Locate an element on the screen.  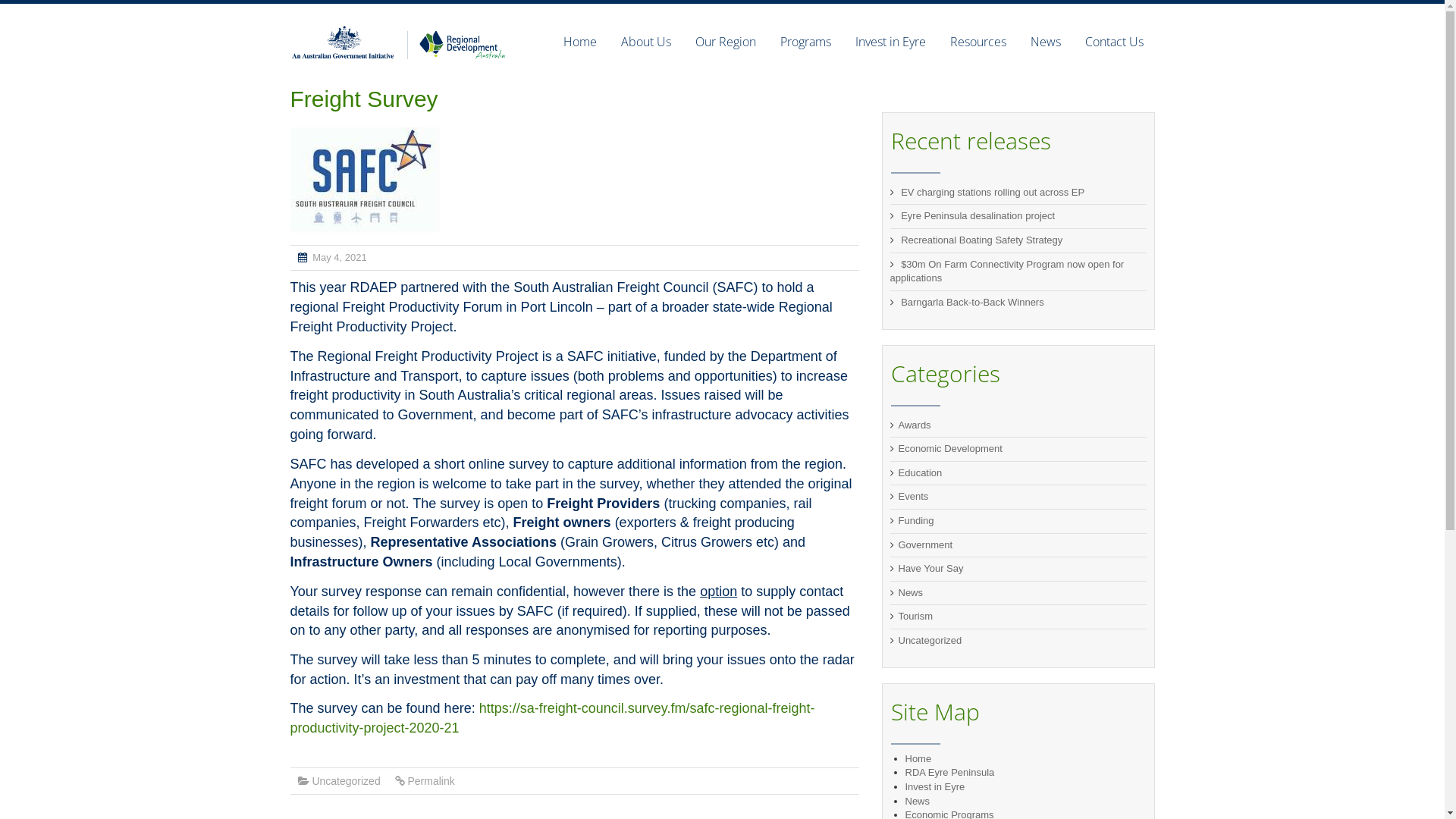
'Permalink' is located at coordinates (429, 780).